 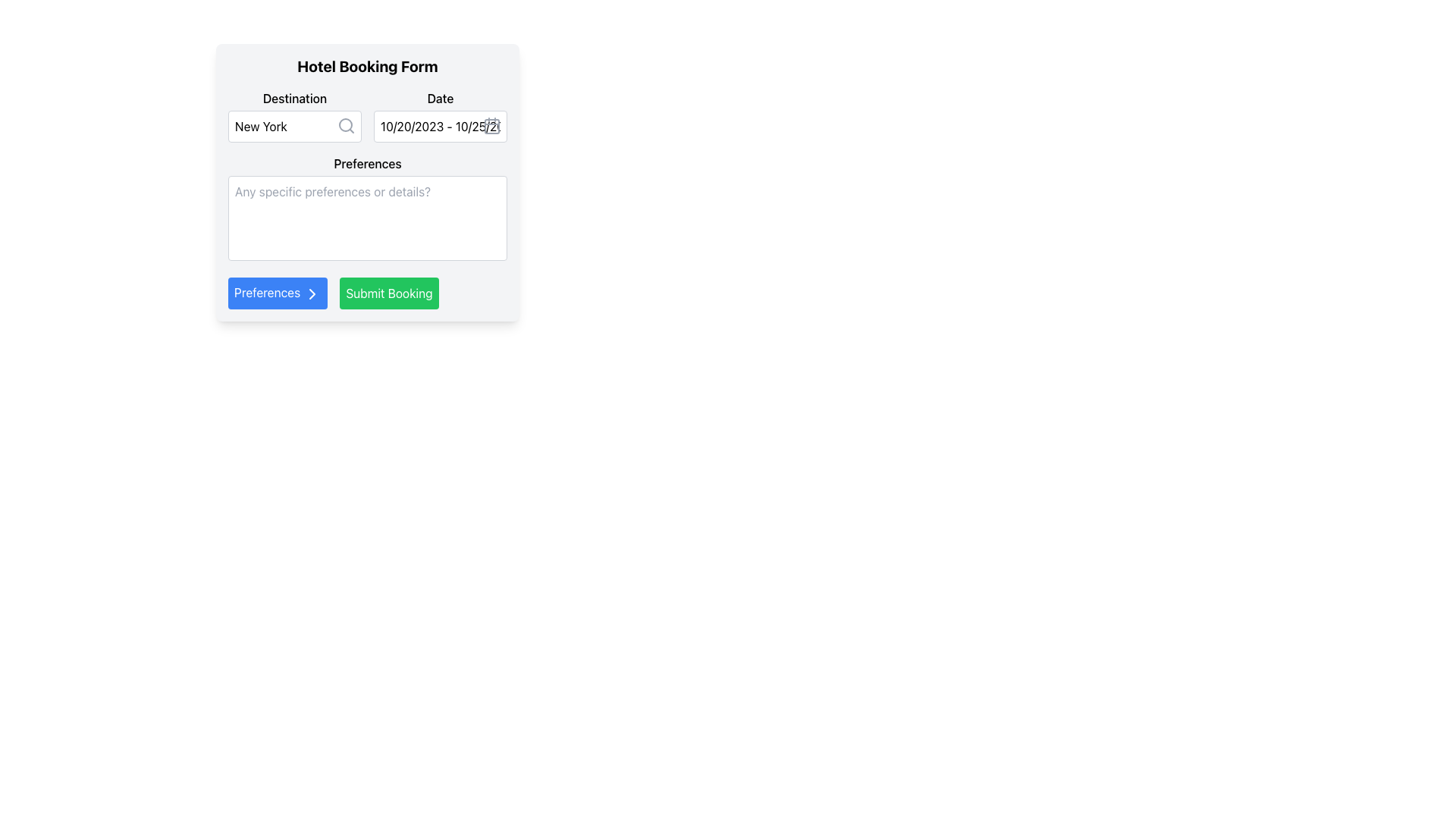 I want to click on the text label displaying 'Preferences' which is styled in bold black type and located above the text area, so click(x=367, y=164).